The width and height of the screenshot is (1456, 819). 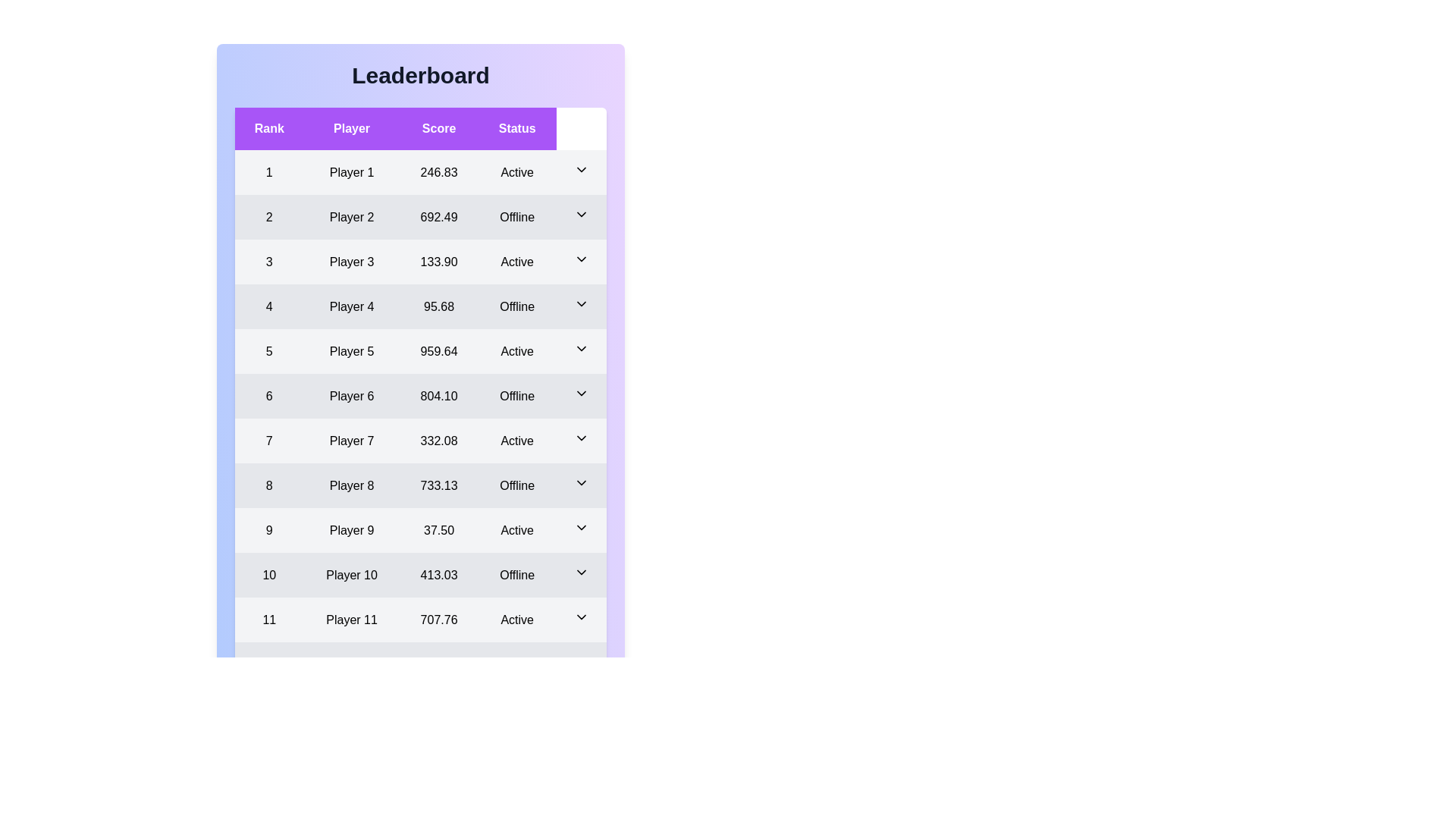 What do you see at coordinates (517, 127) in the screenshot?
I see `the column header Status to sort the leaderboard` at bounding box center [517, 127].